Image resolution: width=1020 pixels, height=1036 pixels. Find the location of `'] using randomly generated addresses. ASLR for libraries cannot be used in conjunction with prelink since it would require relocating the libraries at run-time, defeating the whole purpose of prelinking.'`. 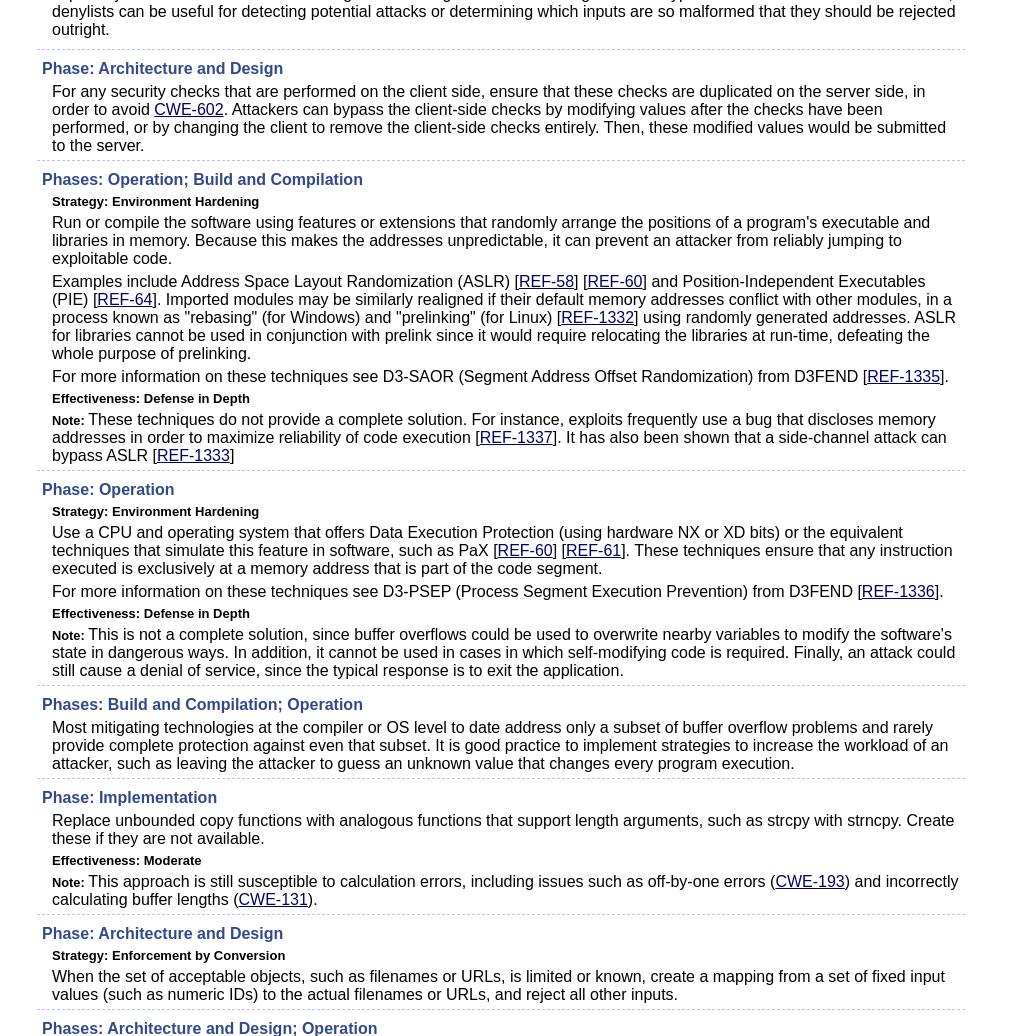

'] using randomly generated addresses. ASLR for libraries cannot be used in conjunction with prelink since it would require relocating the libraries at run-time, defeating the whole purpose of prelinking.' is located at coordinates (503, 335).